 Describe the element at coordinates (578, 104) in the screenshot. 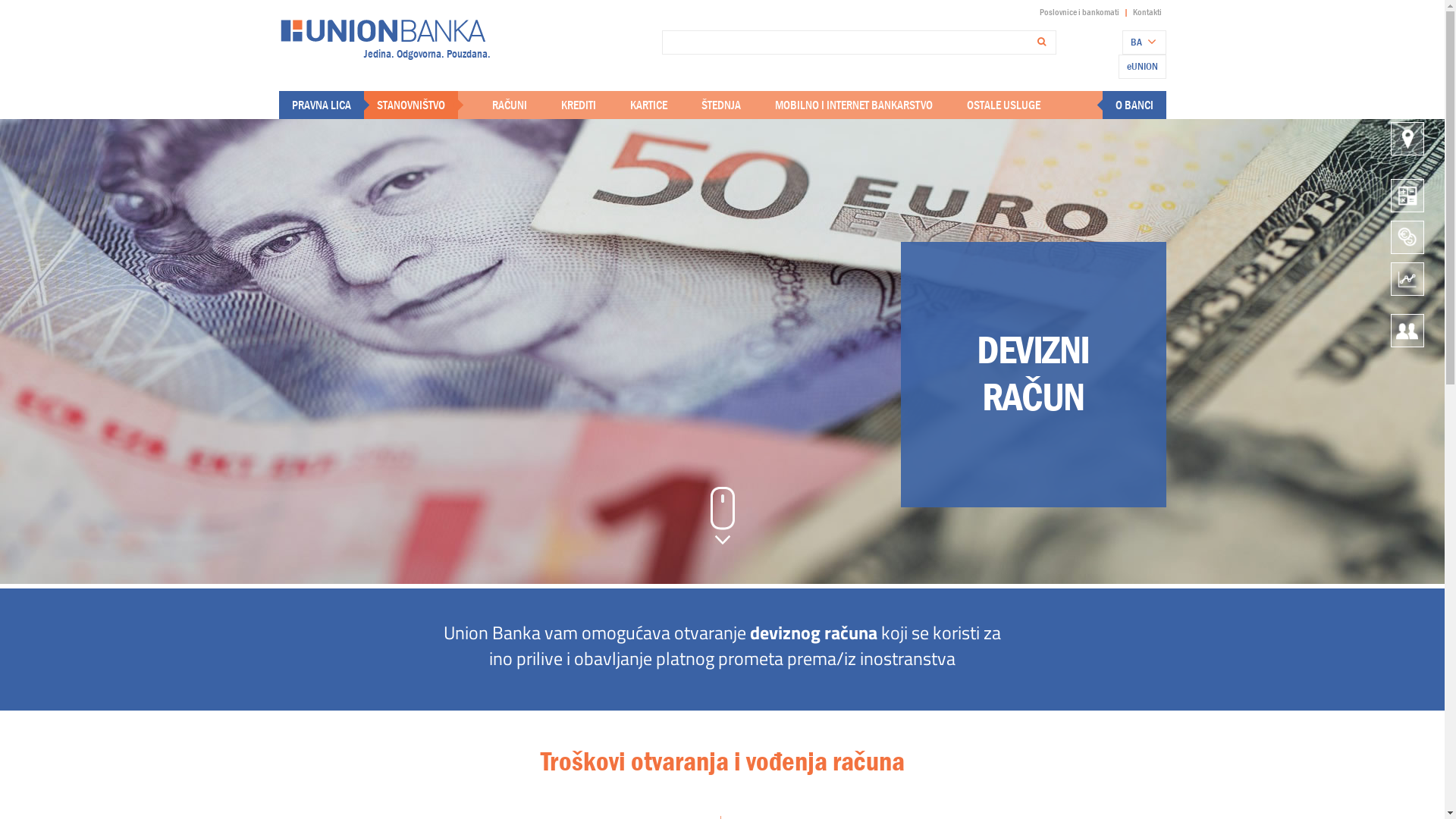

I see `'KREDITI'` at that location.